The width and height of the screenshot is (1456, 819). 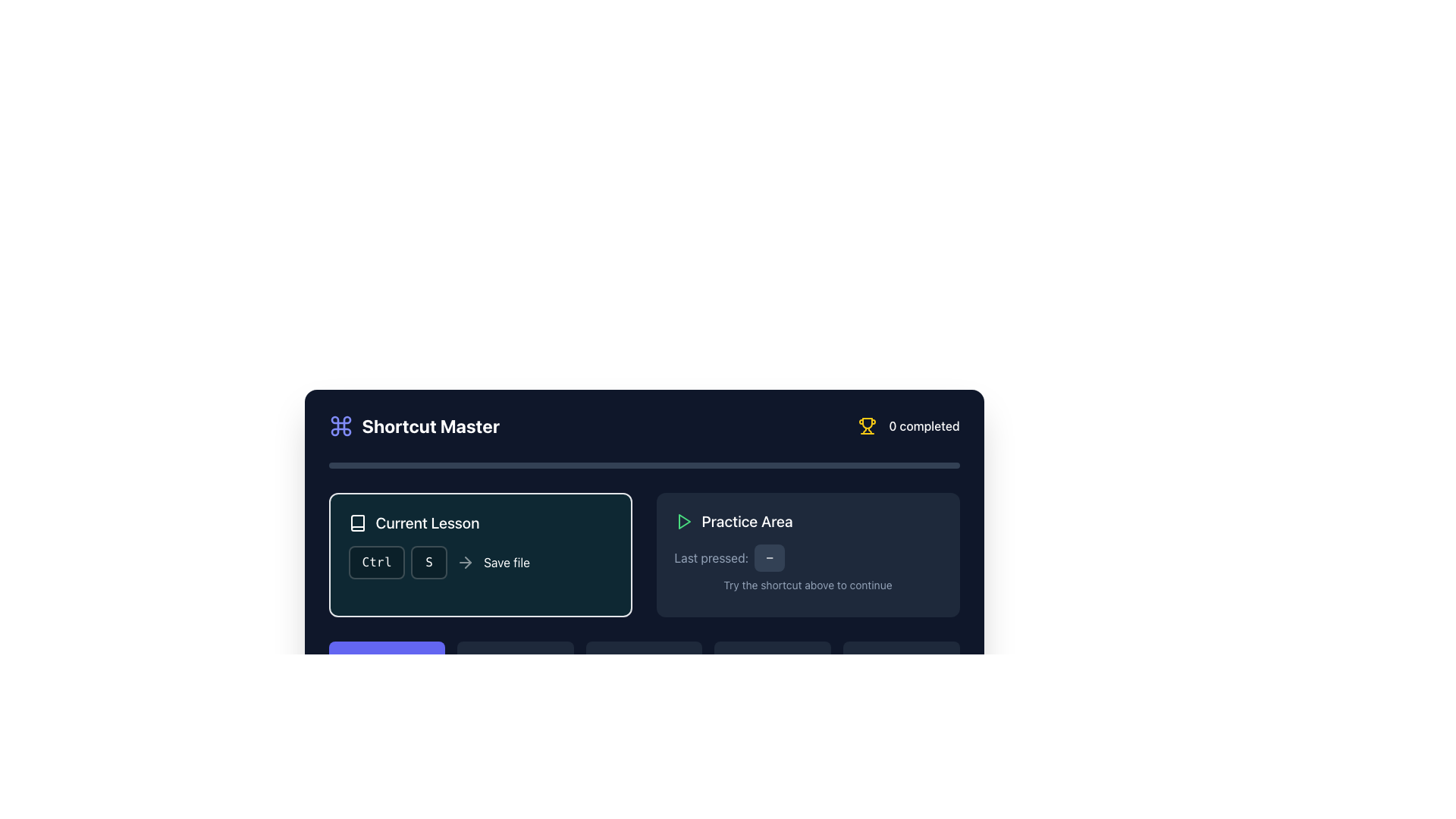 I want to click on the small square-shaped indigo icon with an intricate design resembling a command symbol located at the leftmost edge of the 'Shortcut Master' header, so click(x=340, y=426).